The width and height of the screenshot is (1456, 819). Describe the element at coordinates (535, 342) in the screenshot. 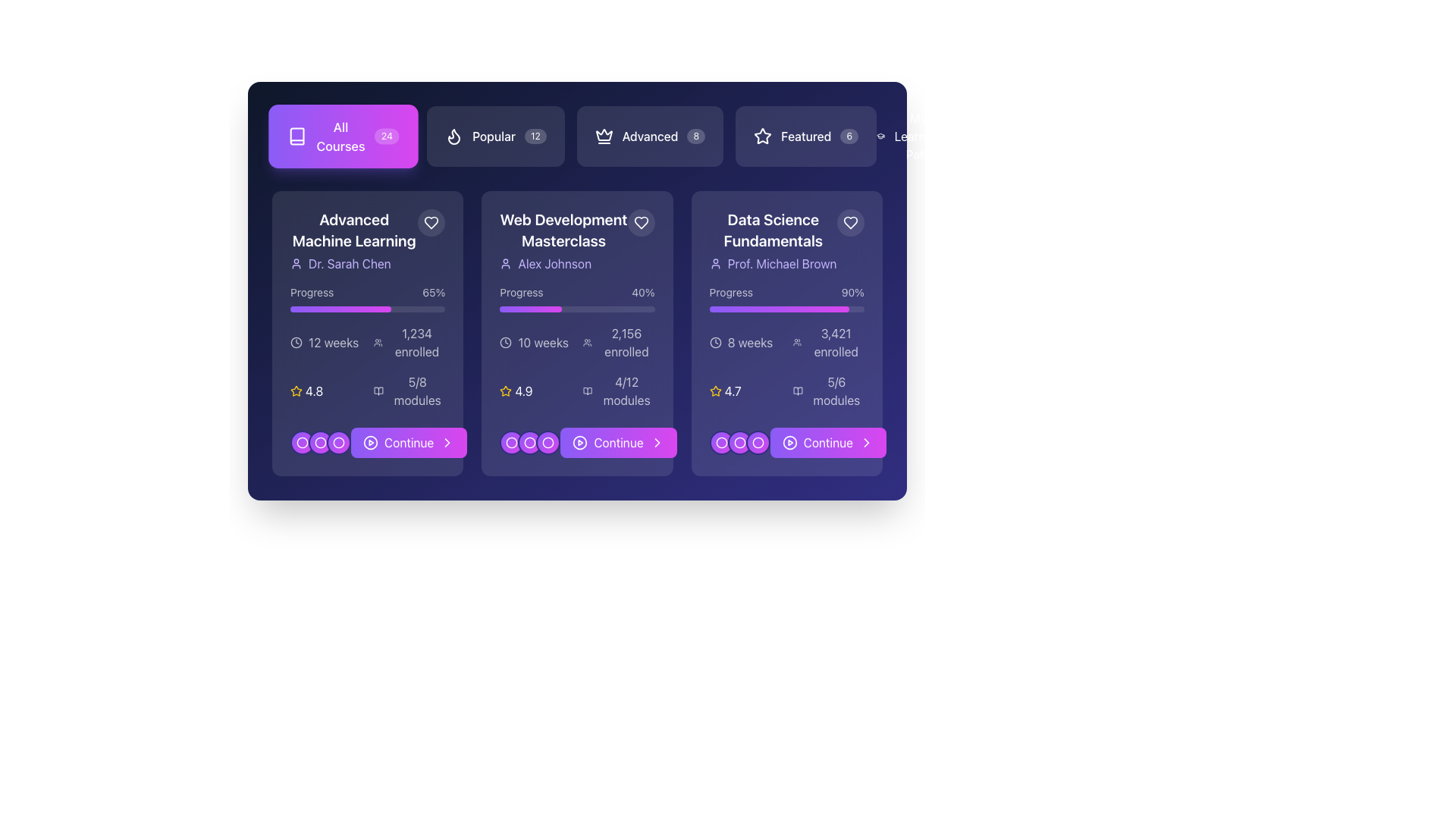

I see `the text label displaying '10 weeks' with a clock icon, located in the second column of the grid layout, below the progress bar, and above the '2,156 enrolled' text in the 'Web Development Masterclass' card` at that location.